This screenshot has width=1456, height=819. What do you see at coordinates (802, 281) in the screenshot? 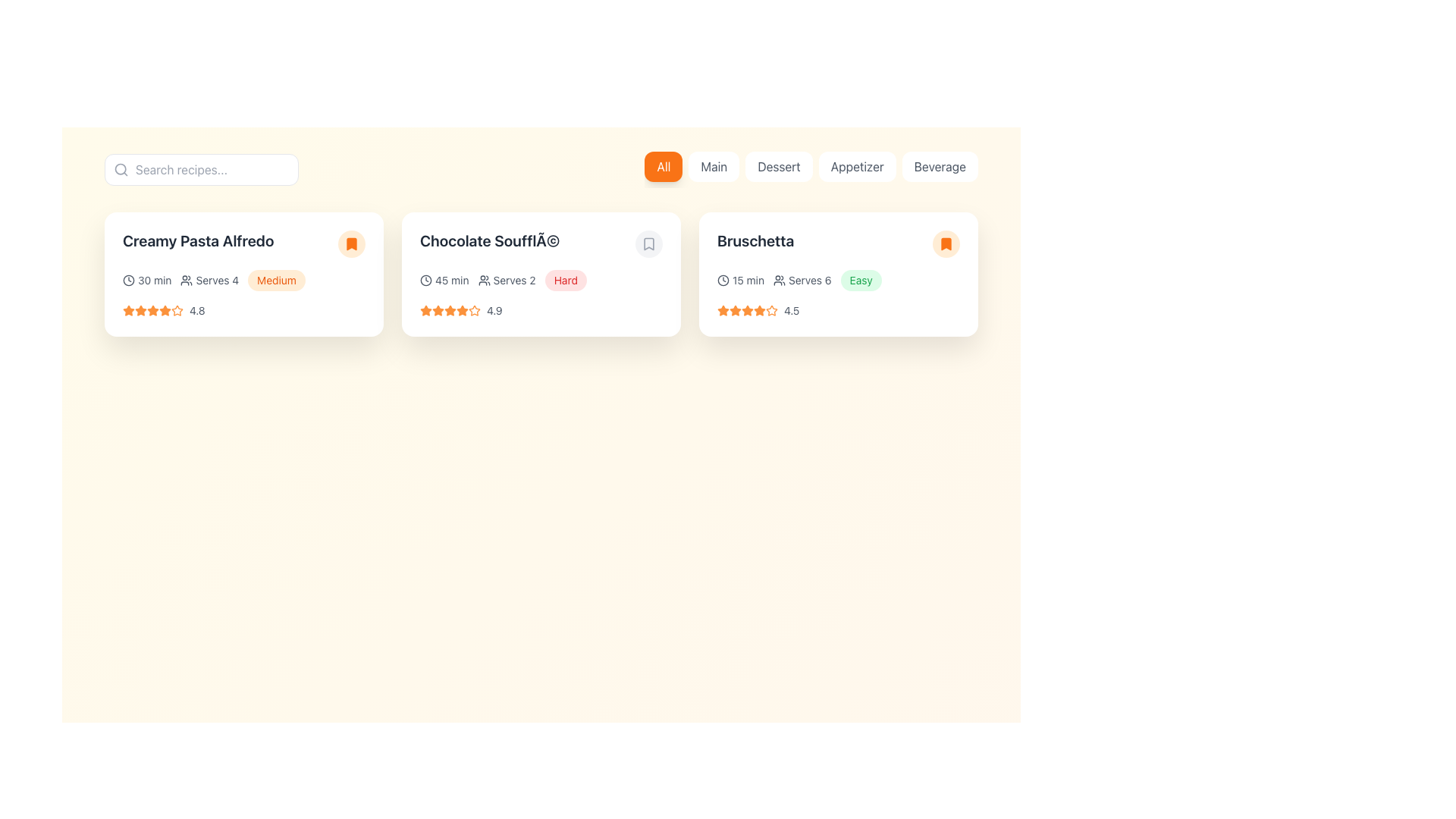
I see `the static text element that indicates the number of servings for the 'Bruschetta' recipe, located in the center-right section of the card` at bounding box center [802, 281].